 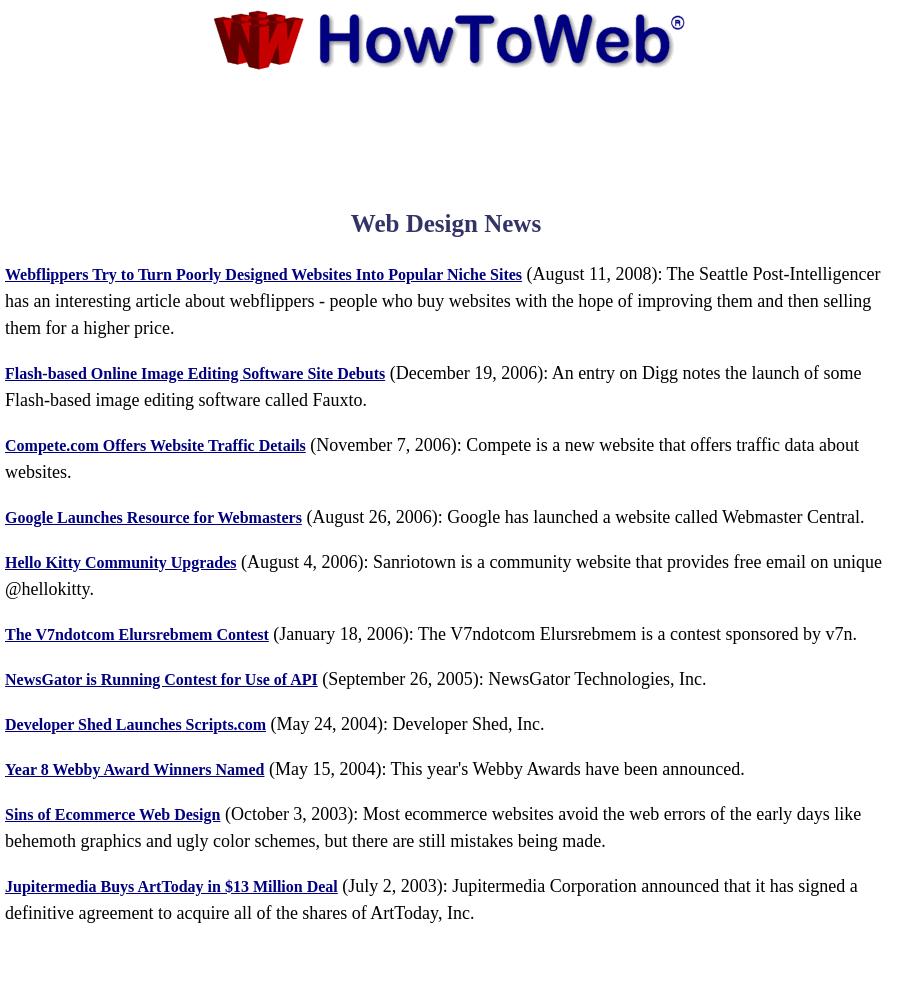 I want to click on 'Hello Kitty Community Upgrades', so click(x=120, y=561).